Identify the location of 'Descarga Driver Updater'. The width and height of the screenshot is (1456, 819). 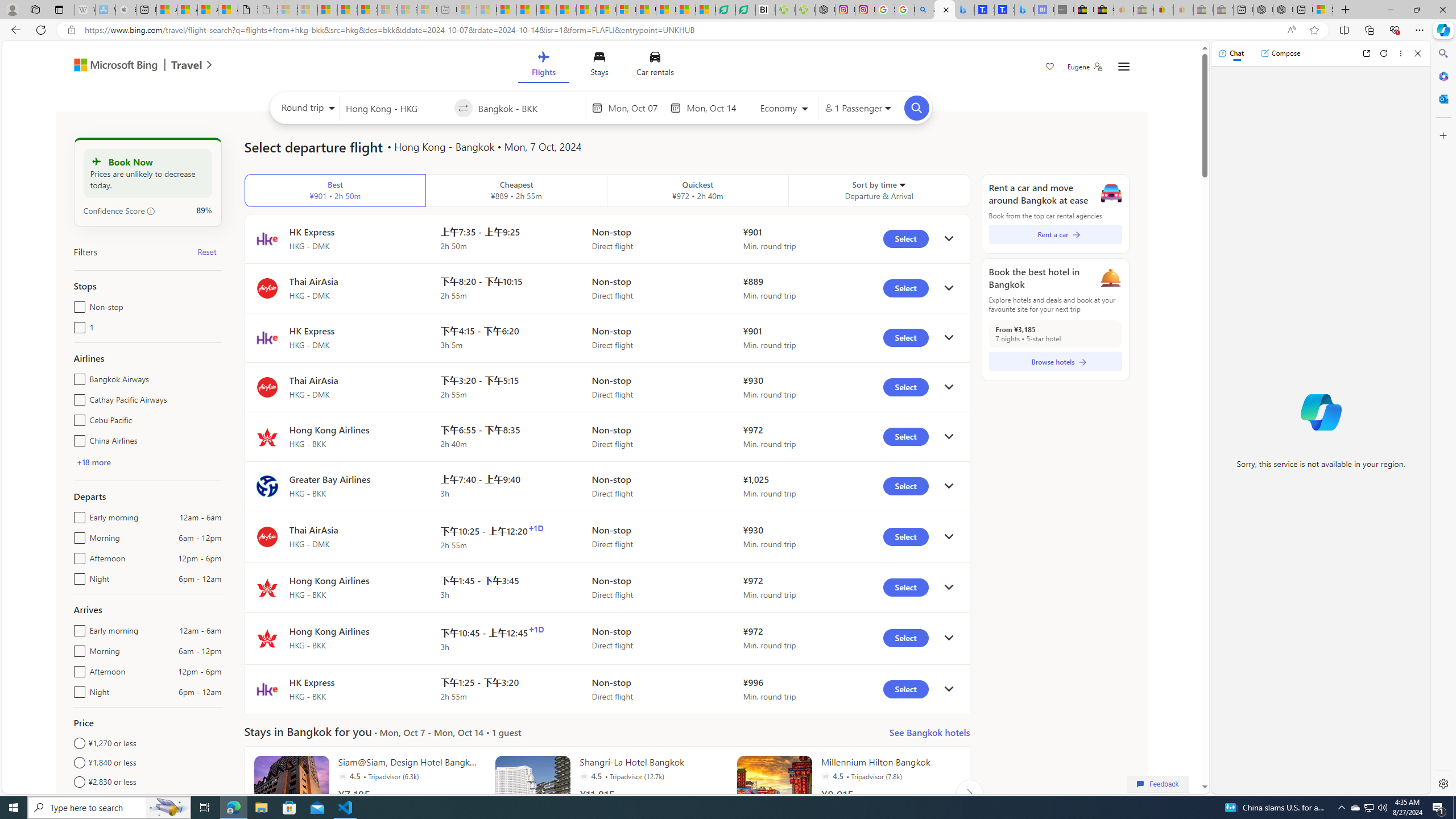
(804, 9).